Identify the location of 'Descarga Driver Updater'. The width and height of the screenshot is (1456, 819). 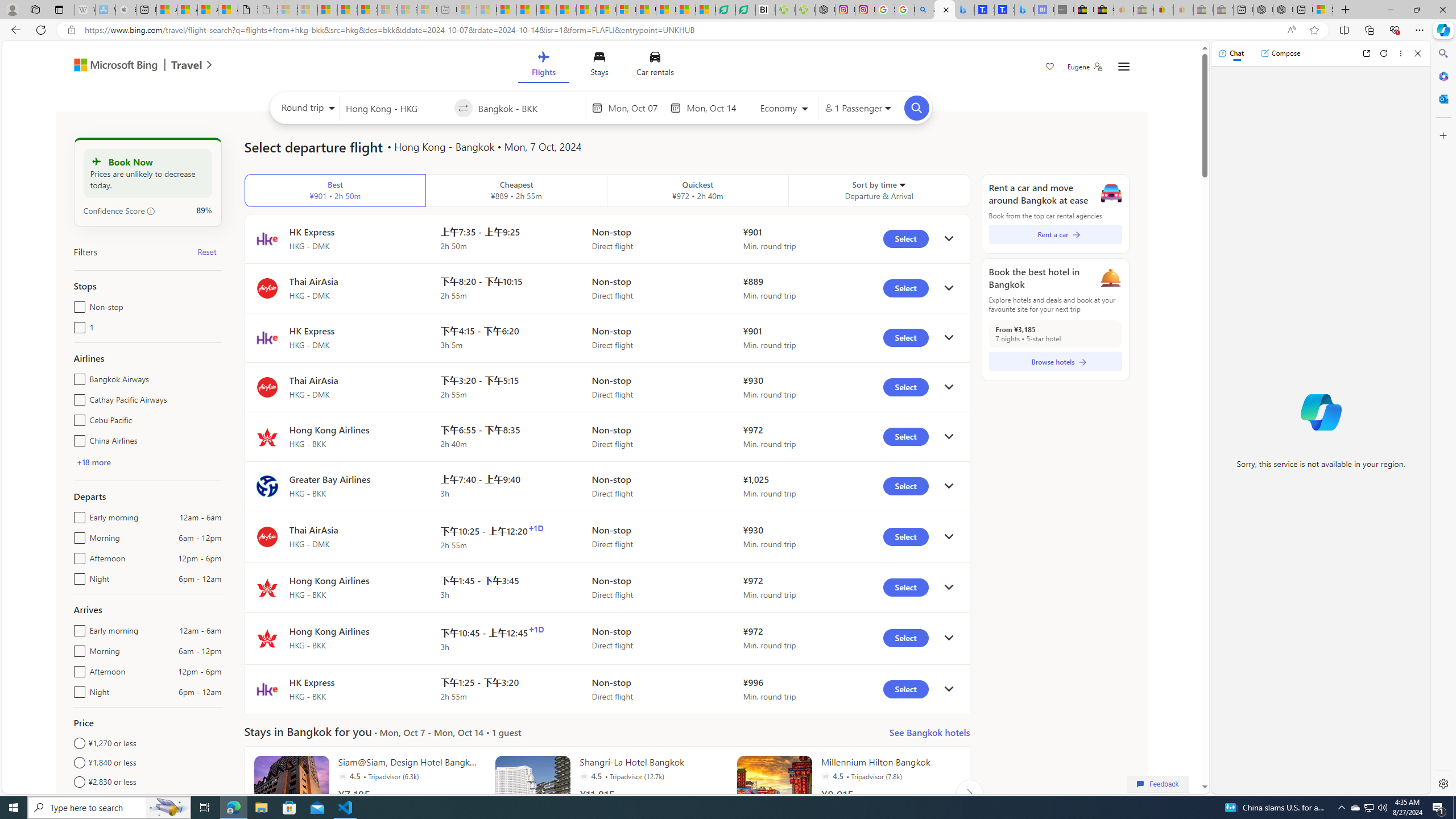
(804, 9).